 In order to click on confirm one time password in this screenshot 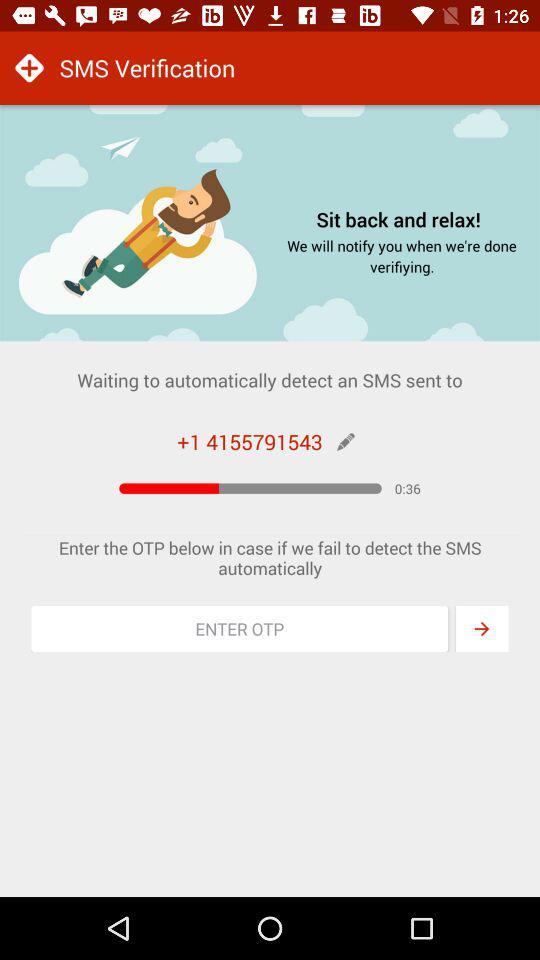, I will do `click(481, 628)`.